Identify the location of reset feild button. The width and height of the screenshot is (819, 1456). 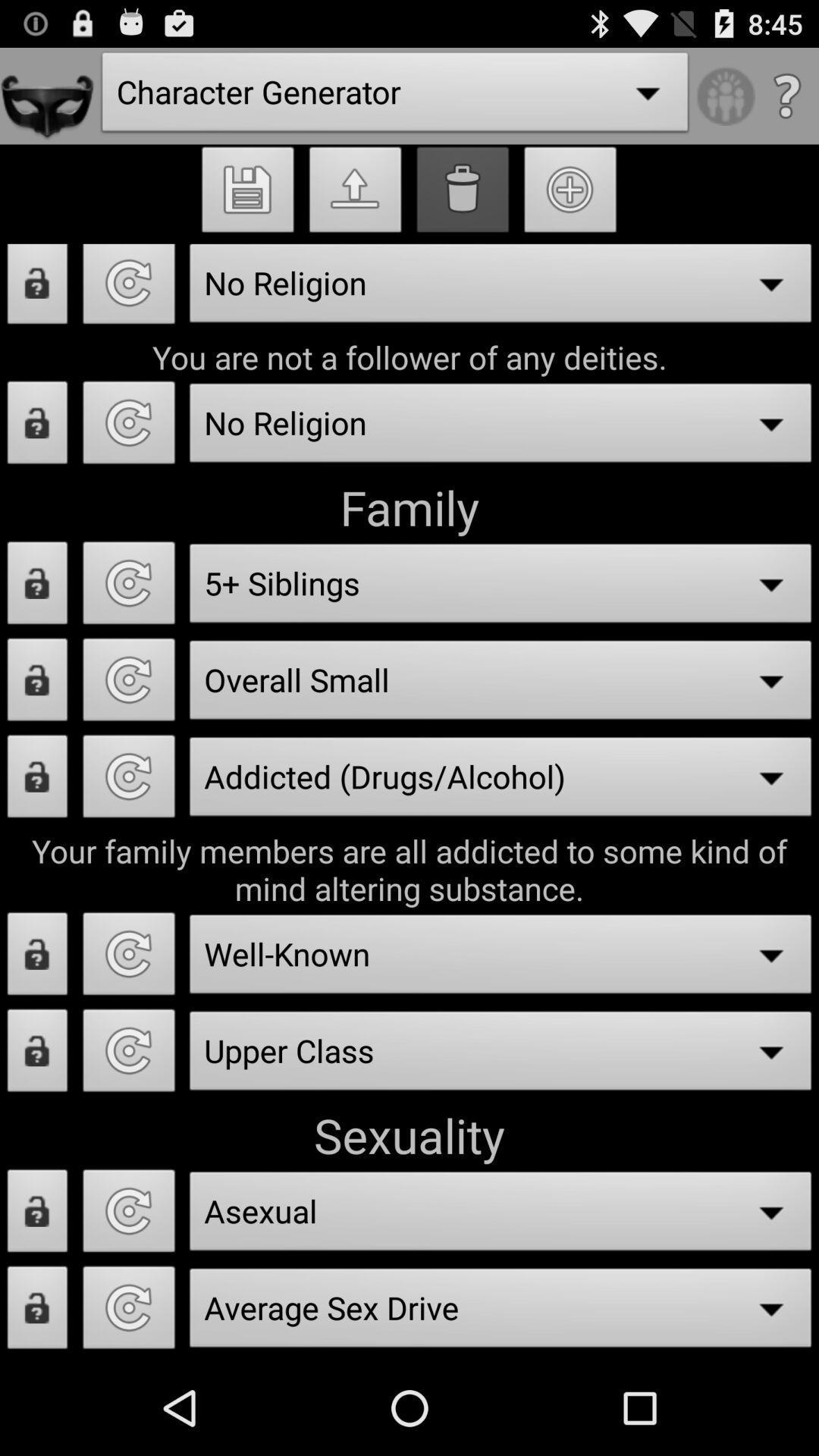
(128, 957).